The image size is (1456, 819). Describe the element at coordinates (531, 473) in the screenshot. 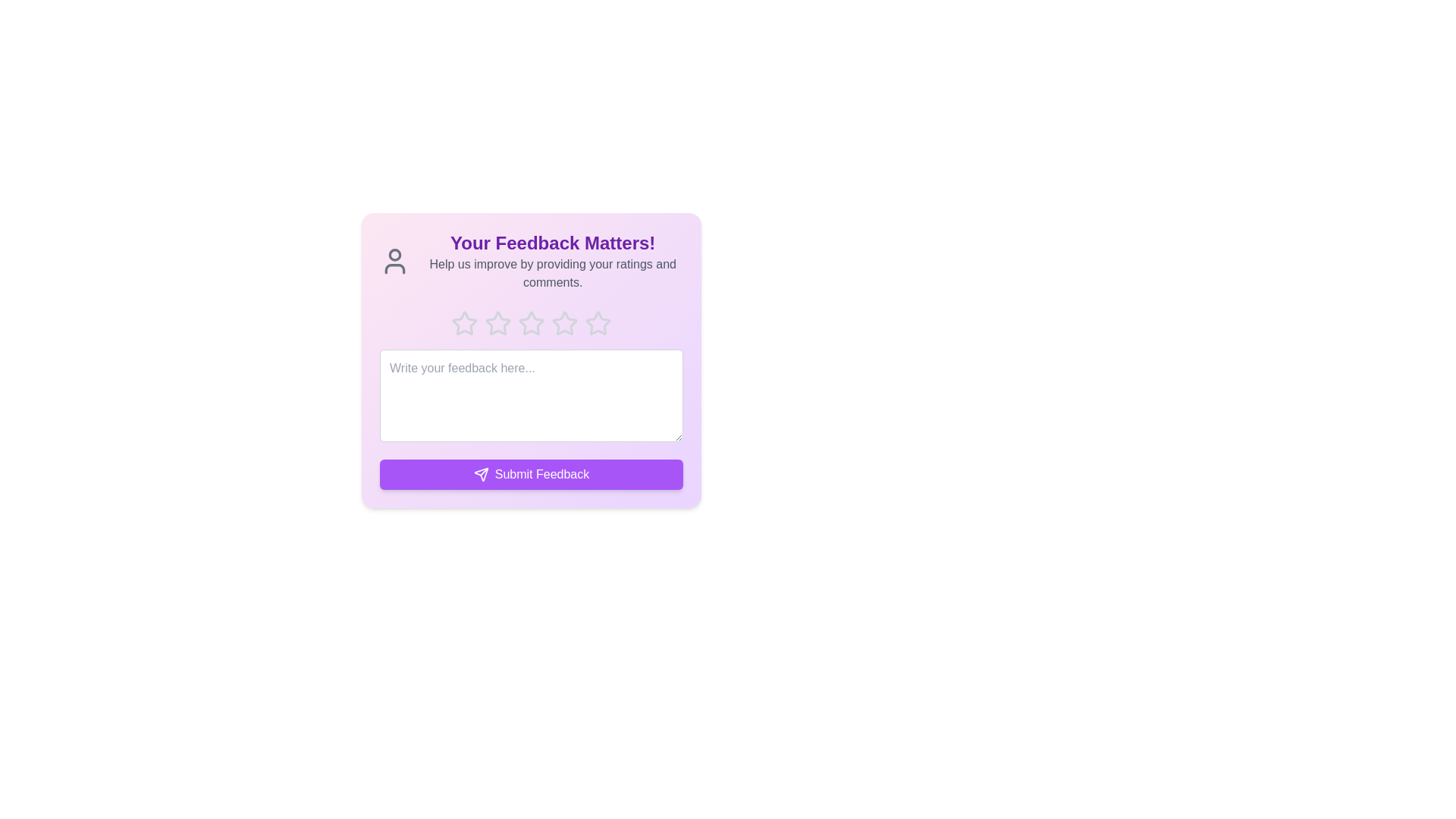

I see `the 'Submit Feedback' button to submit the feedback` at that location.